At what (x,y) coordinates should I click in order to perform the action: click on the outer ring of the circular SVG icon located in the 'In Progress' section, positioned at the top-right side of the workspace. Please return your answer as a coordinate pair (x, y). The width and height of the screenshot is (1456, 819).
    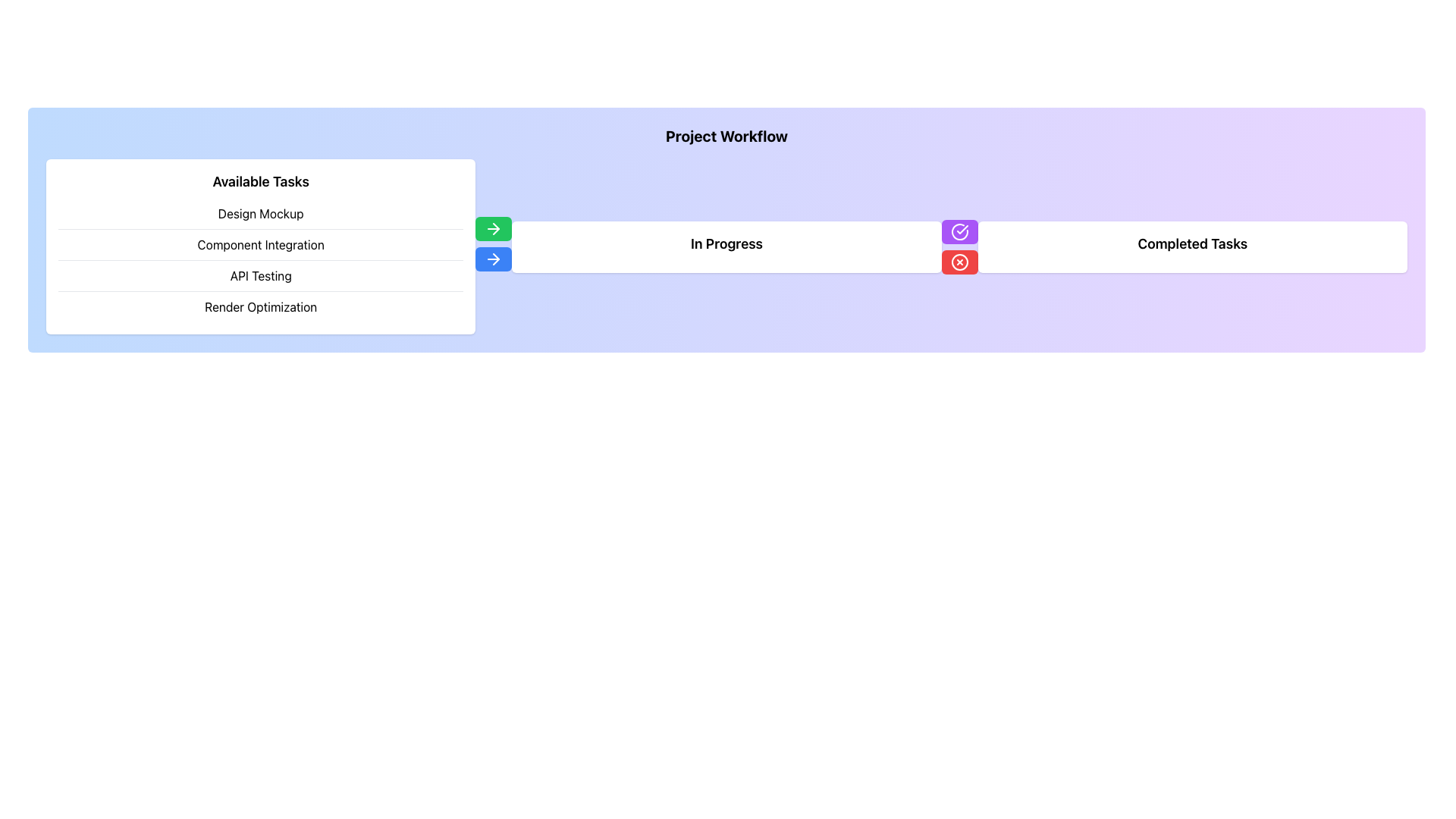
    Looking at the image, I should click on (959, 231).